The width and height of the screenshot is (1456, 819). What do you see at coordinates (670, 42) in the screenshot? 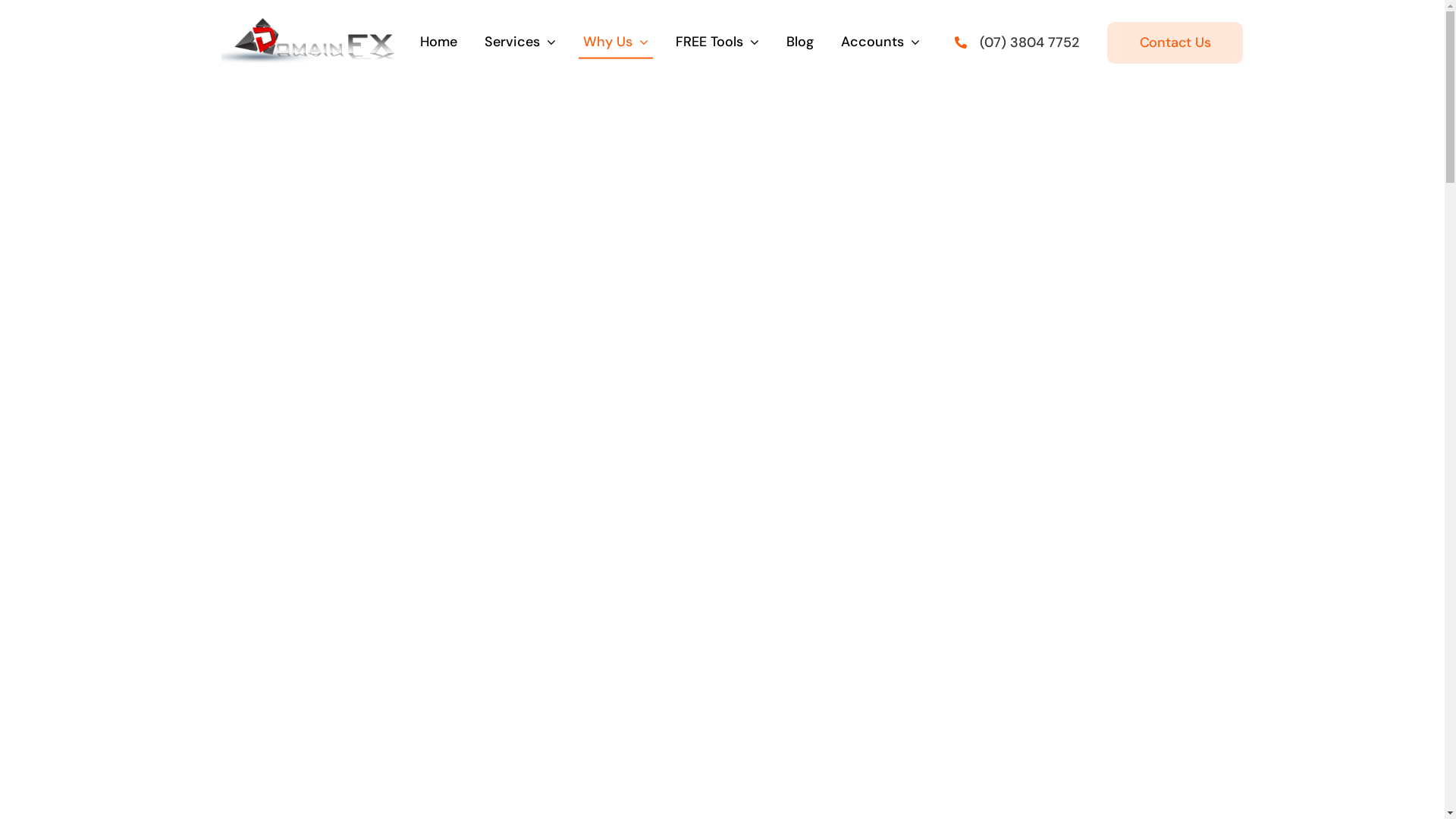
I see `'FREE Tools'` at bounding box center [670, 42].